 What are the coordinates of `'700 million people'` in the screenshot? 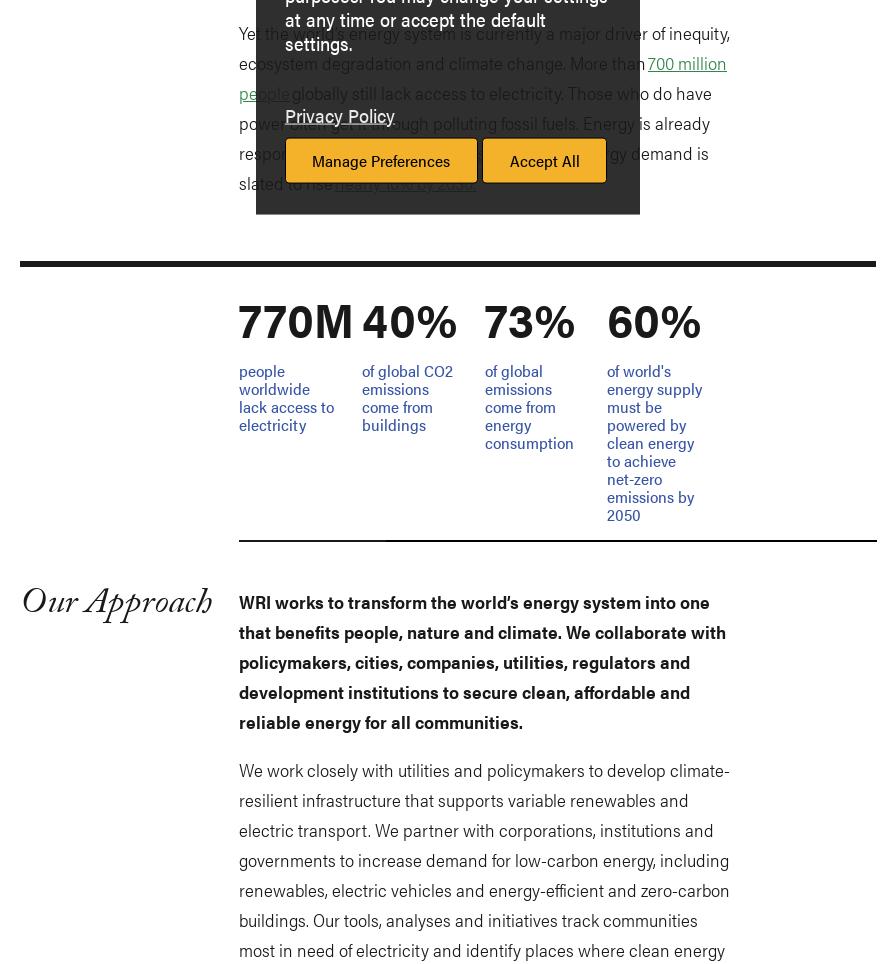 It's located at (483, 77).